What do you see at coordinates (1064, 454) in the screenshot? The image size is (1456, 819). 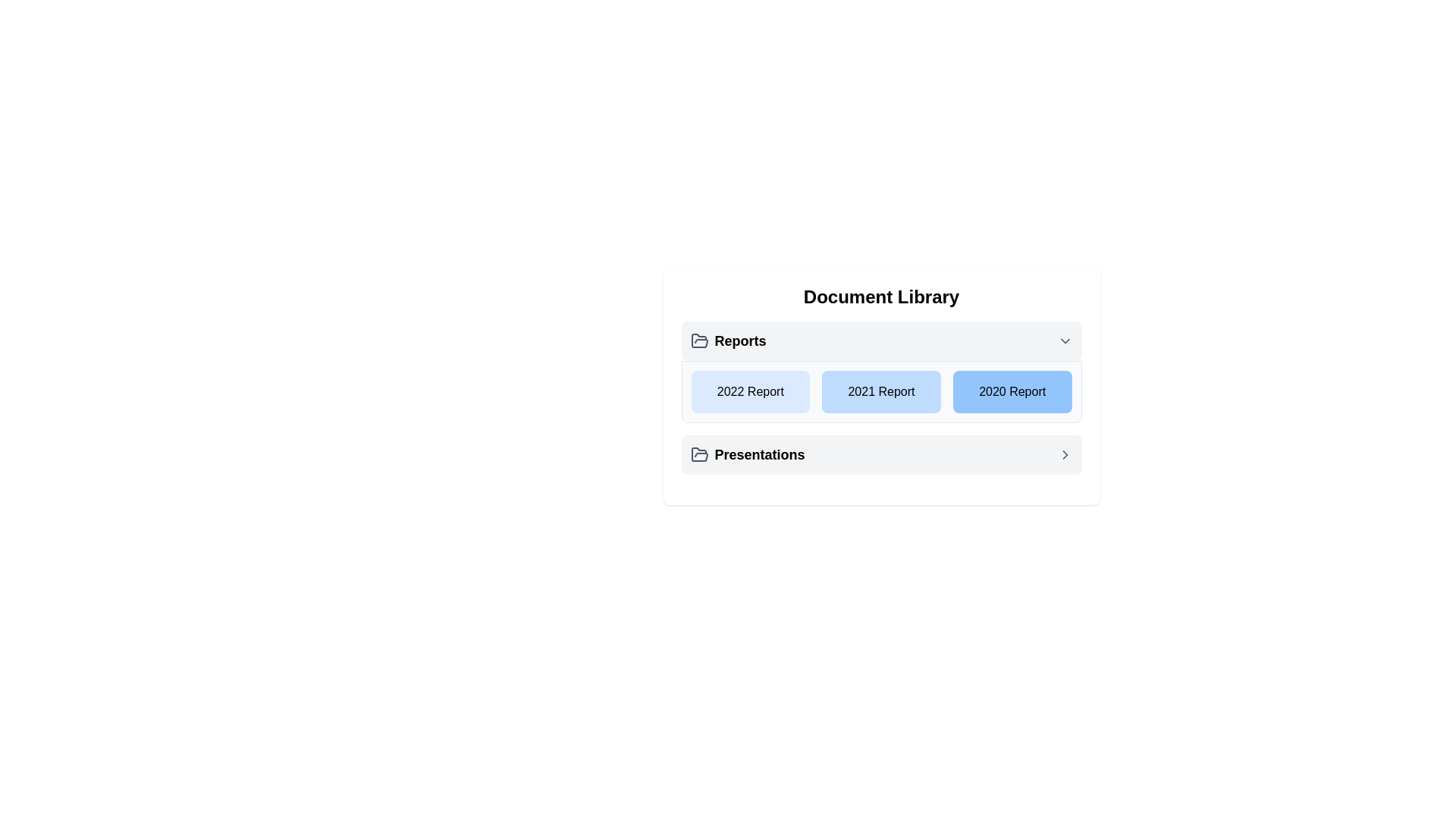 I see `the right-pointing chevron icon, which is part of a graphical user interface and styled as a scalable vector graphic (SVG)` at bounding box center [1064, 454].